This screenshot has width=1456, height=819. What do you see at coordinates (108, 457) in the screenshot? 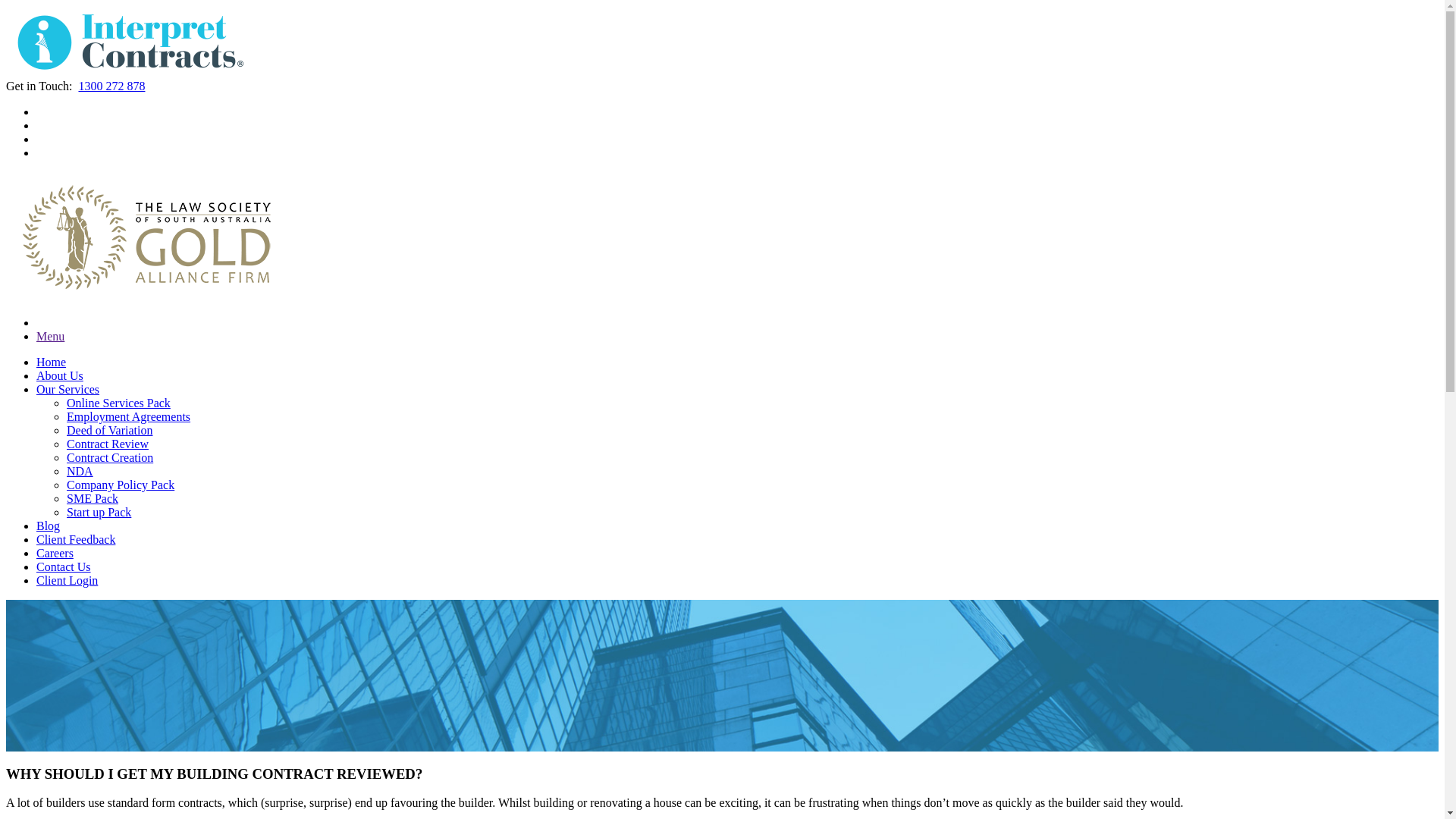
I see `'Contract Creation'` at bounding box center [108, 457].